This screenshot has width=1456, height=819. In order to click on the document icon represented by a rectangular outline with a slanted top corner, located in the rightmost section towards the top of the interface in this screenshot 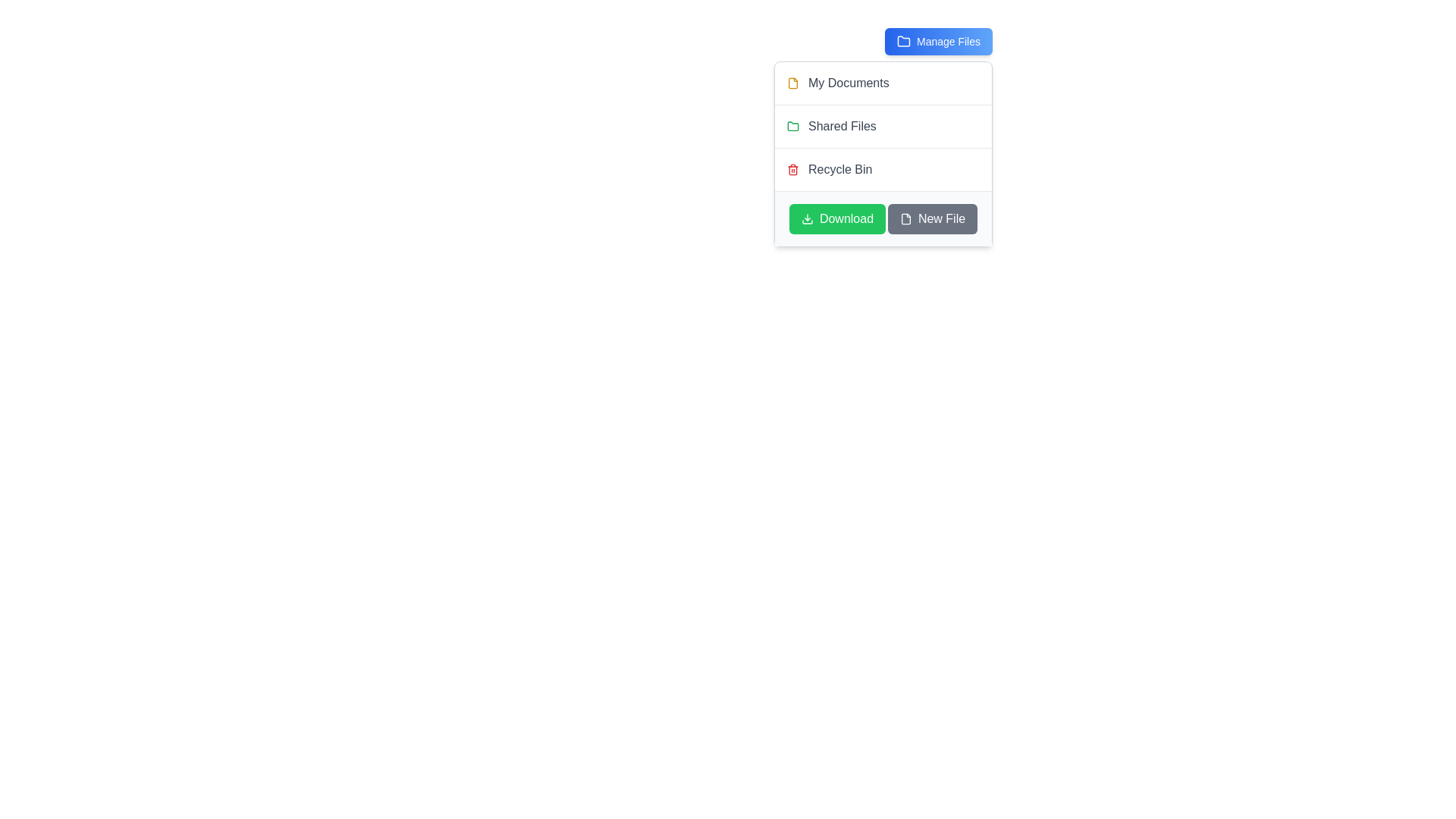, I will do `click(905, 219)`.